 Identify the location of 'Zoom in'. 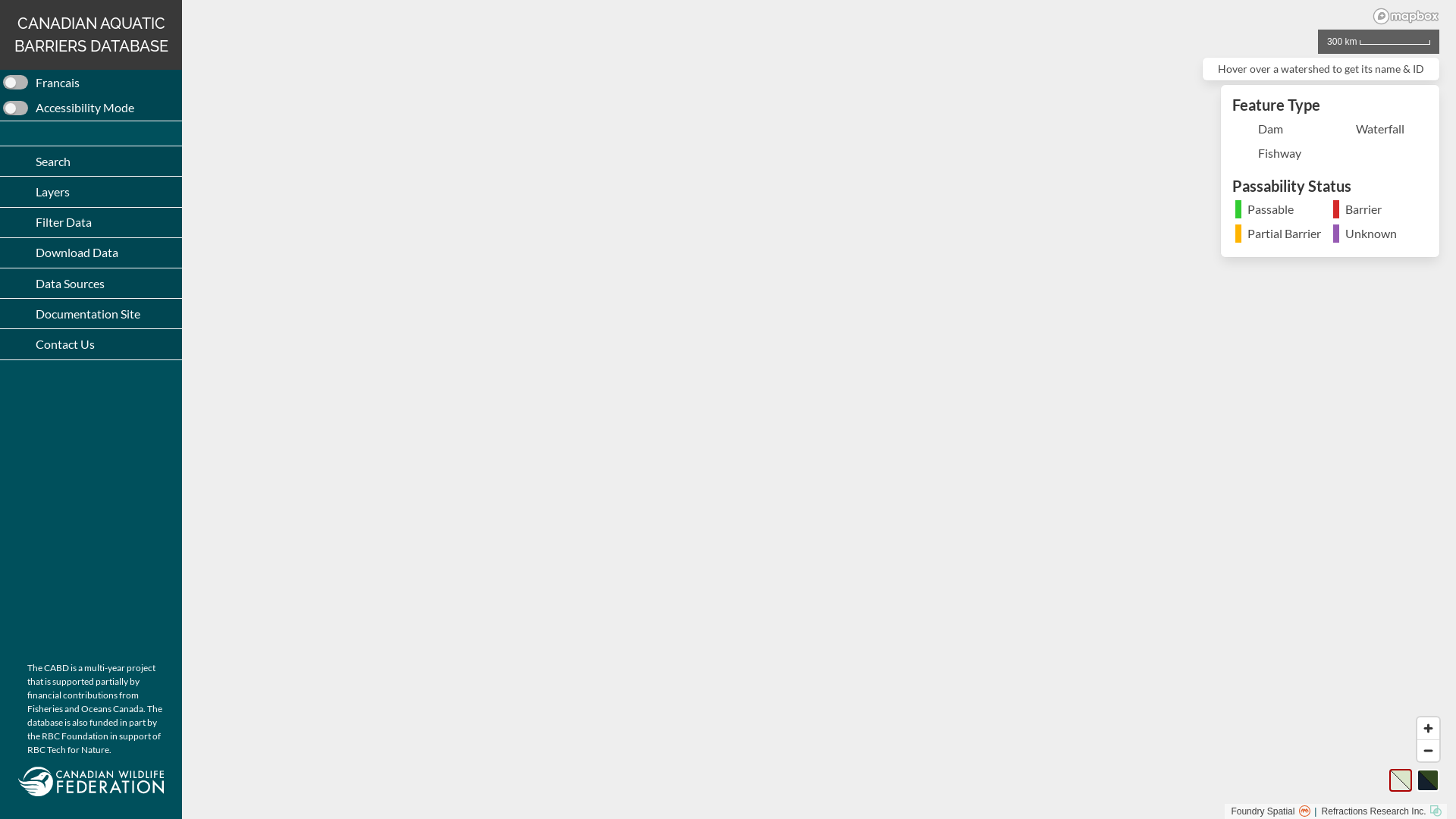
(1427, 727).